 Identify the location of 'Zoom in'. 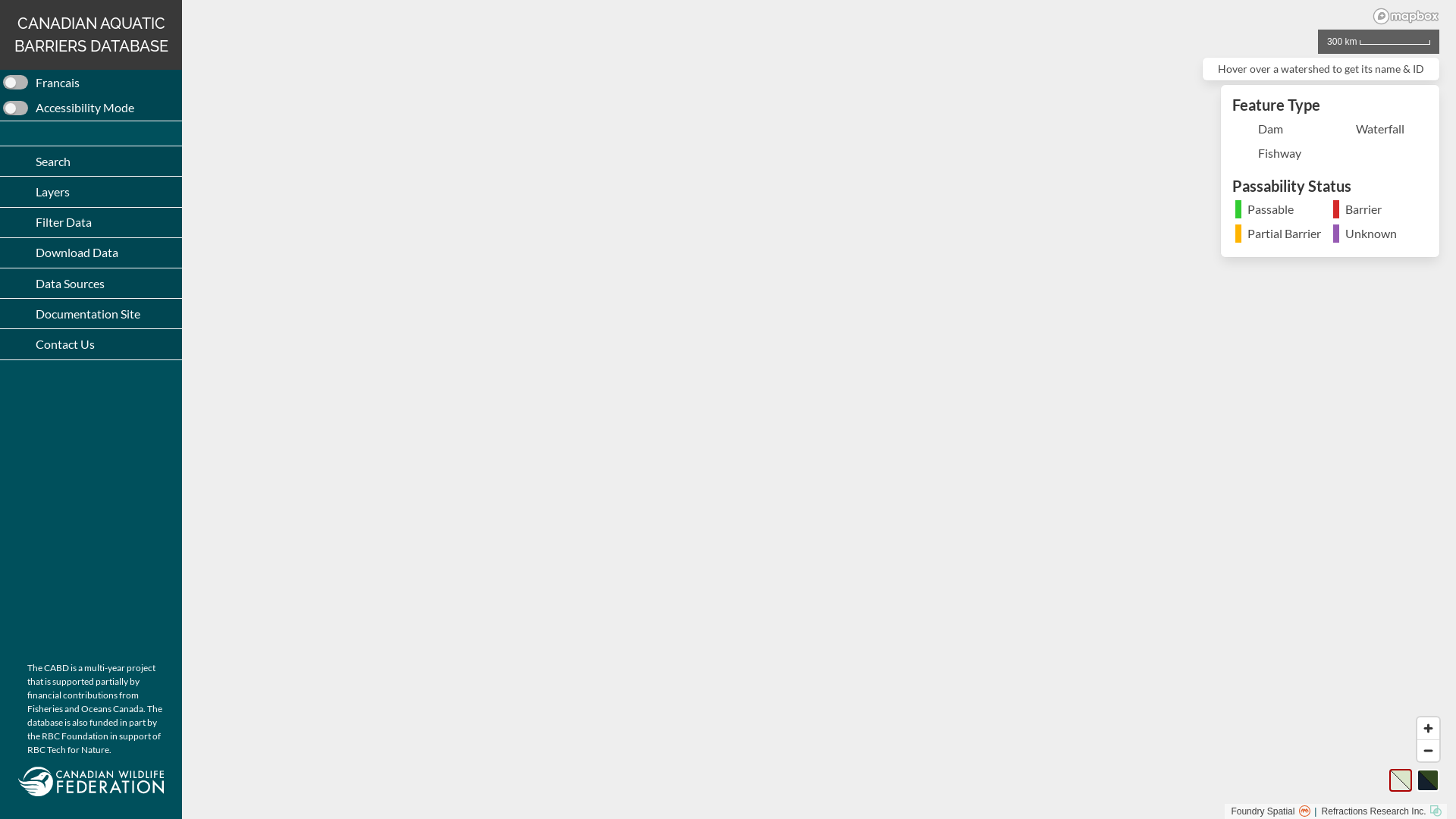
(1427, 727).